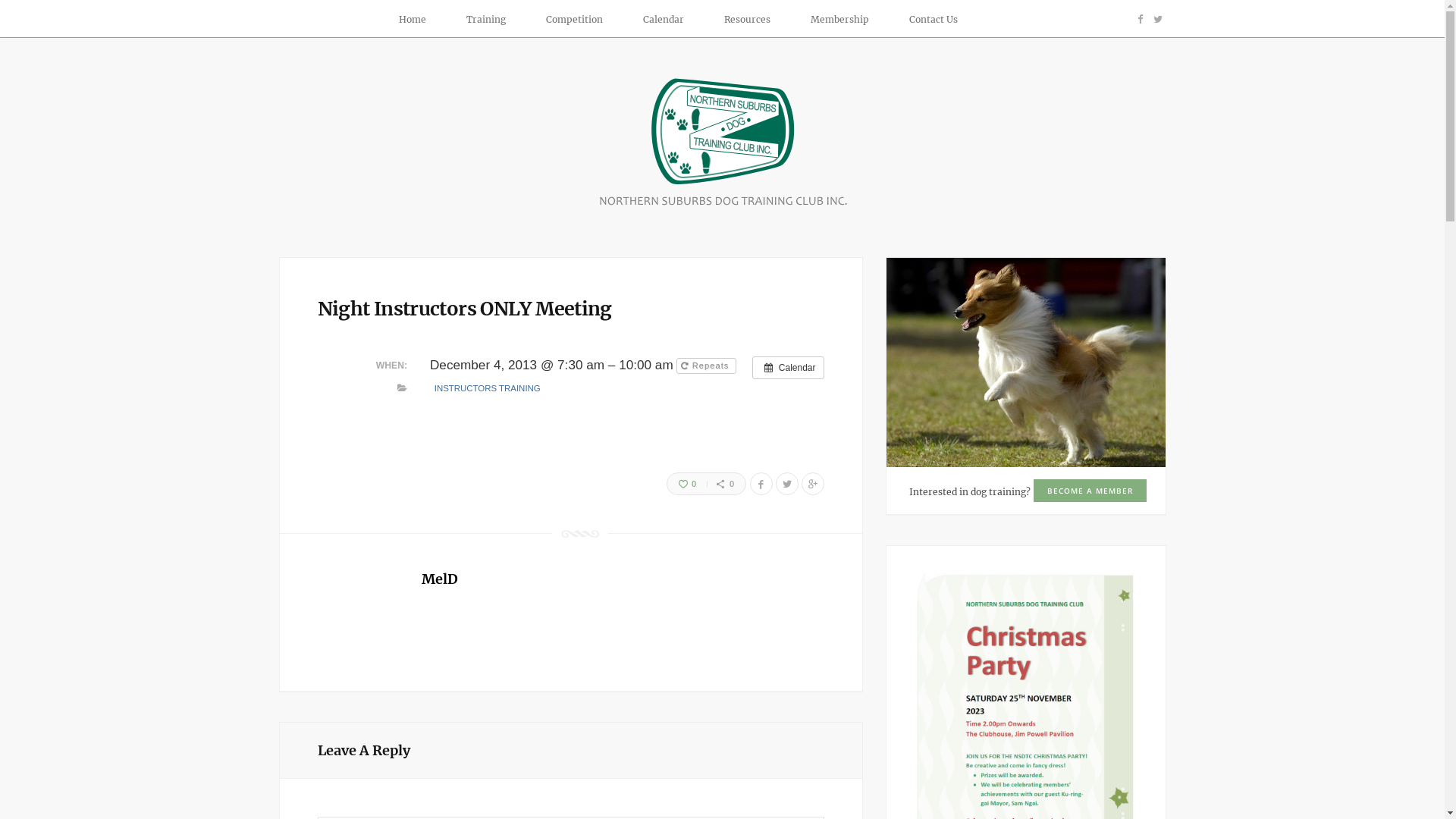 The image size is (1456, 819). What do you see at coordinates (1088, 491) in the screenshot?
I see `'BECOME A MEMBER'` at bounding box center [1088, 491].